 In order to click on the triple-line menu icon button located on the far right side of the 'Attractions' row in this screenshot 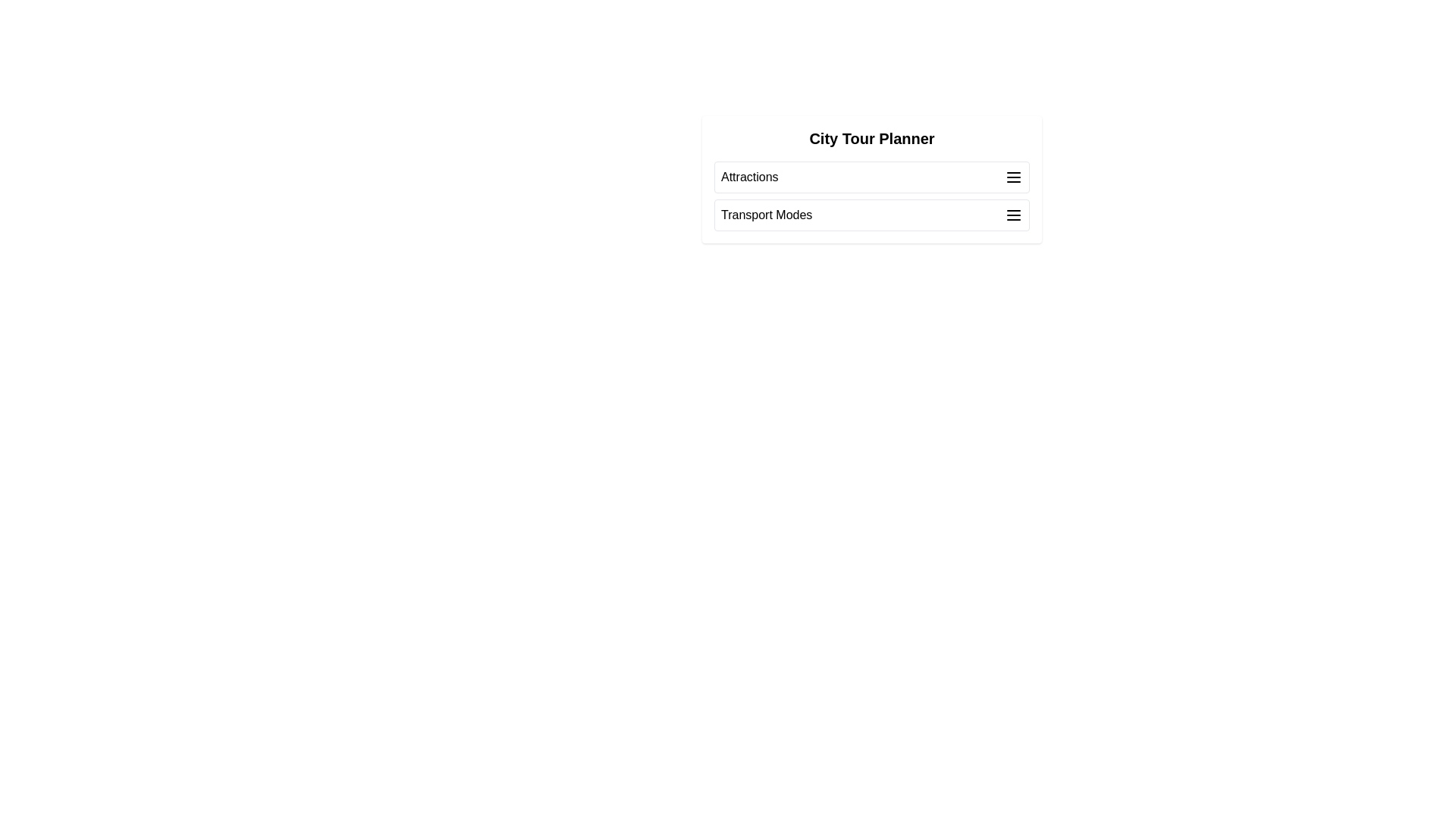, I will do `click(1014, 177)`.